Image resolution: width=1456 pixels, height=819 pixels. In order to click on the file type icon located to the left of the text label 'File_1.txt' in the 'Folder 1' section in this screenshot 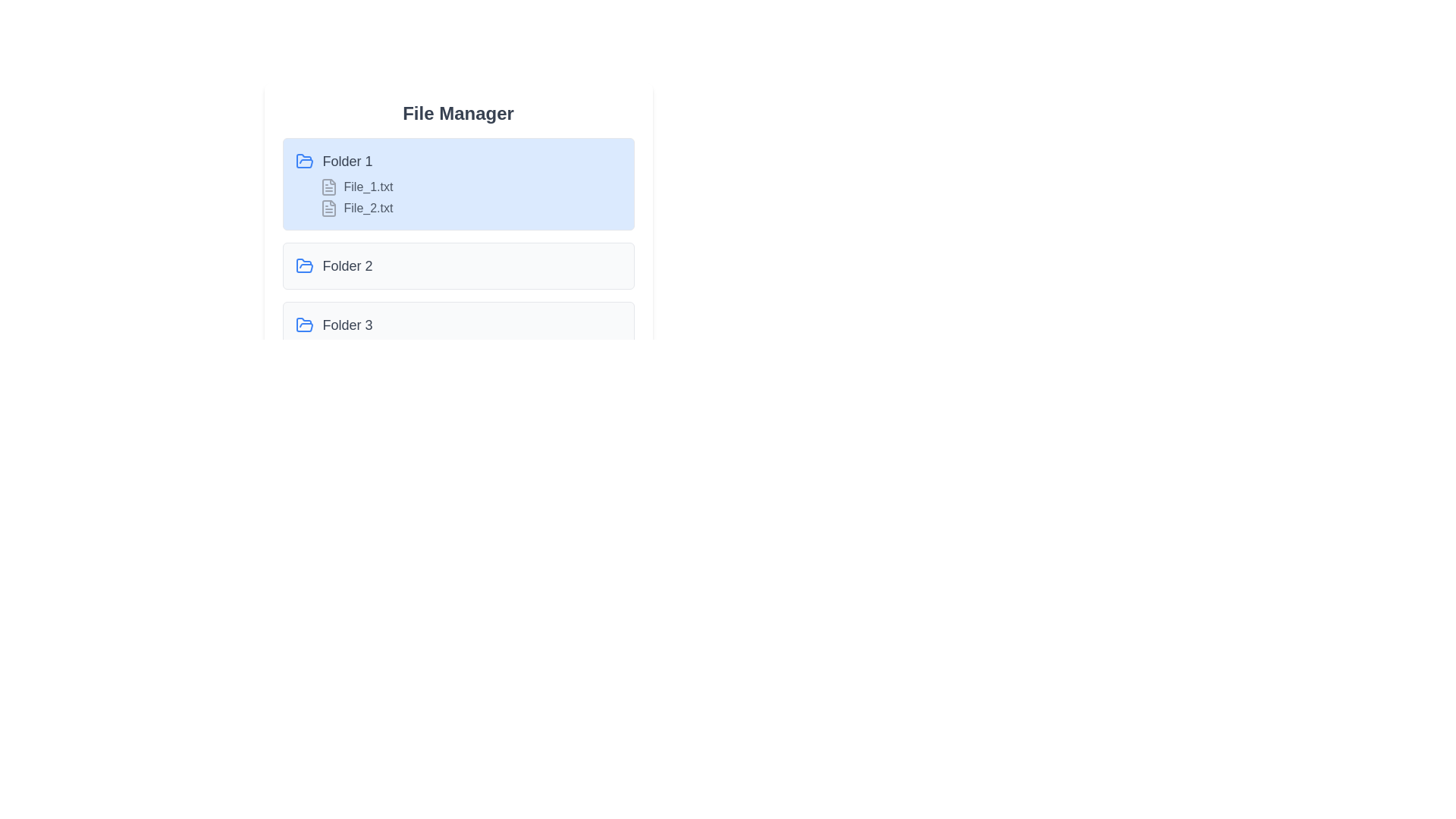, I will do `click(328, 186)`.